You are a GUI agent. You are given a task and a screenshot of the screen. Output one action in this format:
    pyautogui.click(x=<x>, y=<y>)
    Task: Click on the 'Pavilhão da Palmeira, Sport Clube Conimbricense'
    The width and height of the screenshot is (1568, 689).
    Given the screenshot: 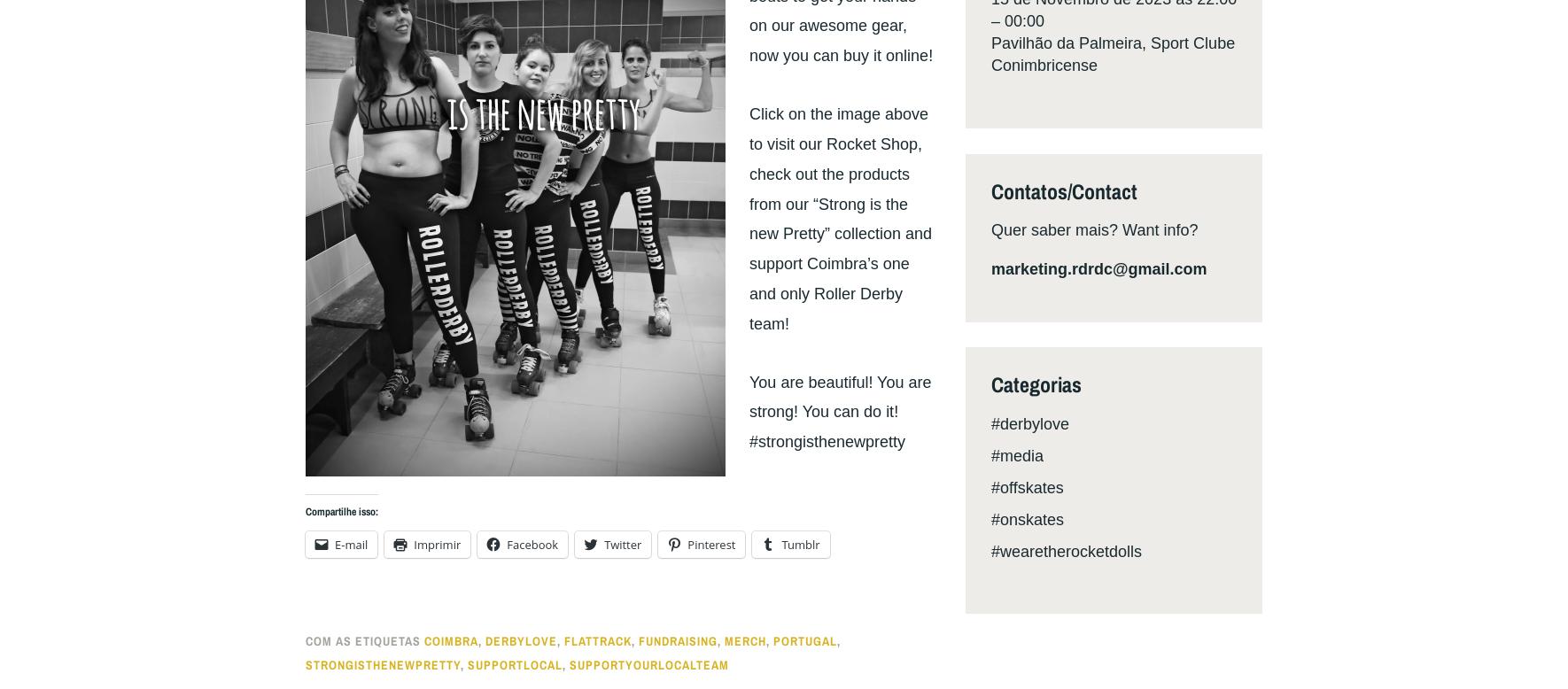 What is the action you would take?
    pyautogui.click(x=1112, y=54)
    